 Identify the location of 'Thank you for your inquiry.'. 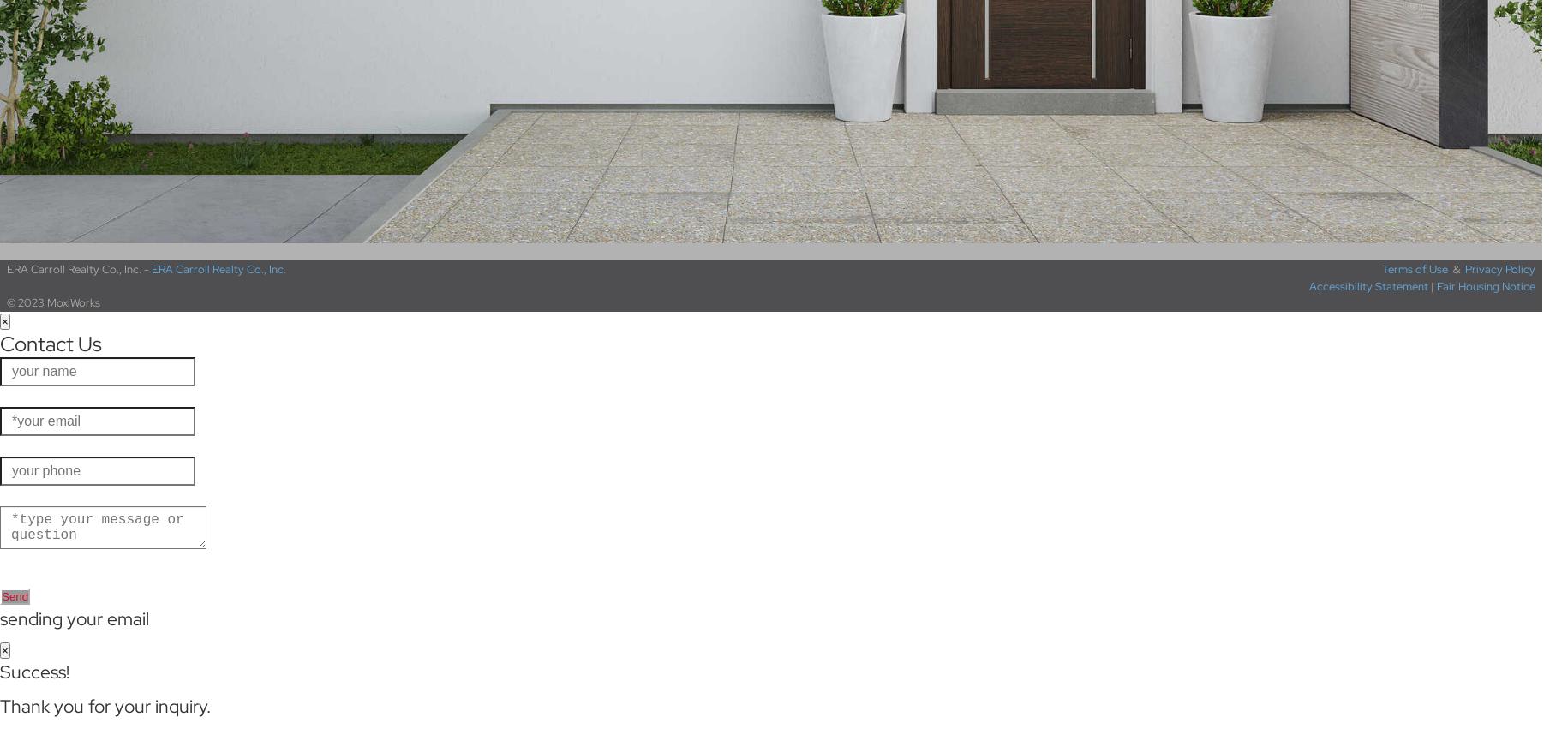
(105, 706).